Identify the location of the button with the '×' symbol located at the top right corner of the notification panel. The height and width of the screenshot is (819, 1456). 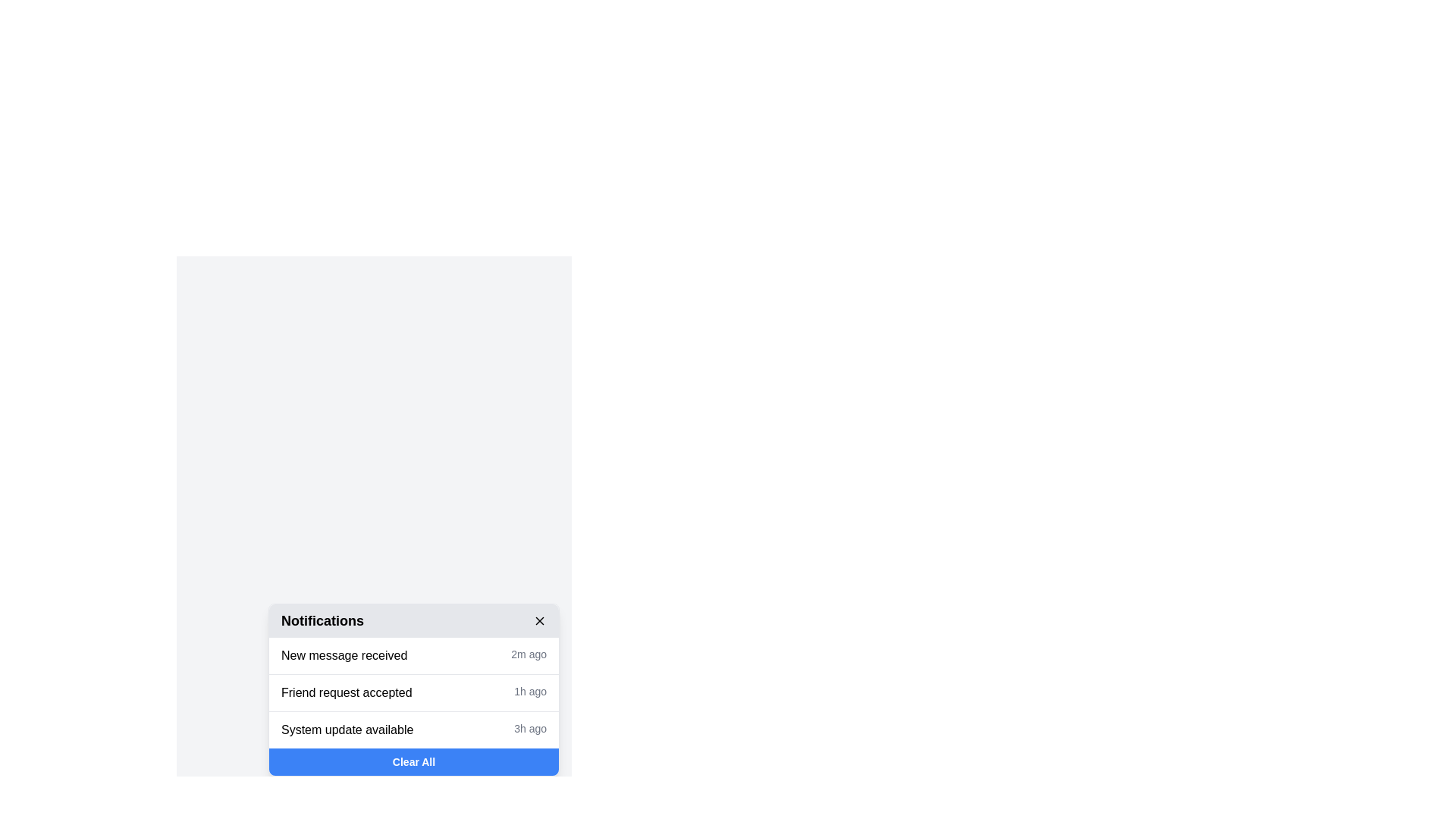
(539, 620).